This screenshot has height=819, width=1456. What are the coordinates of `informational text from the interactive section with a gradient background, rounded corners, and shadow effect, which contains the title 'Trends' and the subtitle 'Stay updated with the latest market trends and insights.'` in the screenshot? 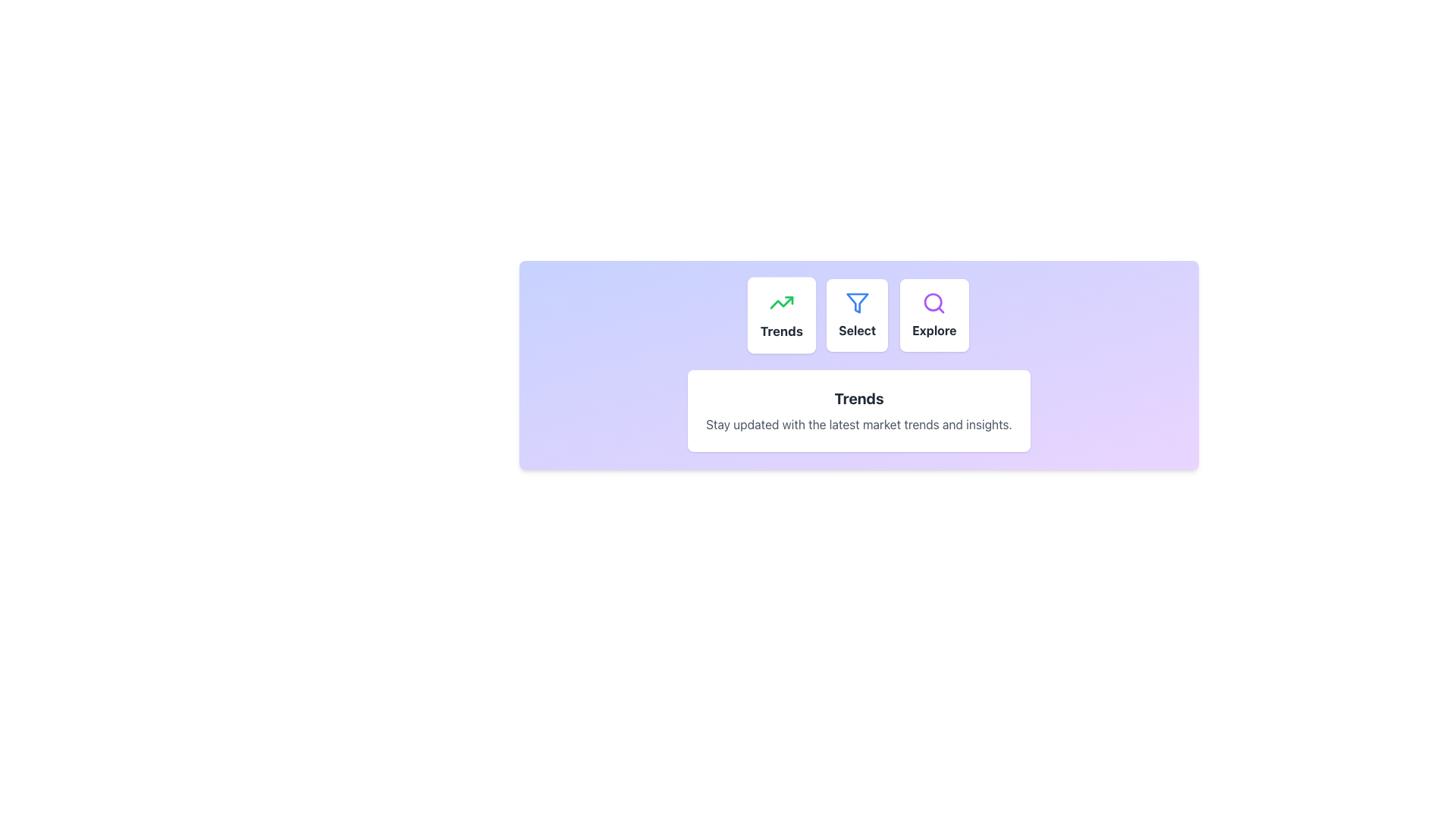 It's located at (858, 366).